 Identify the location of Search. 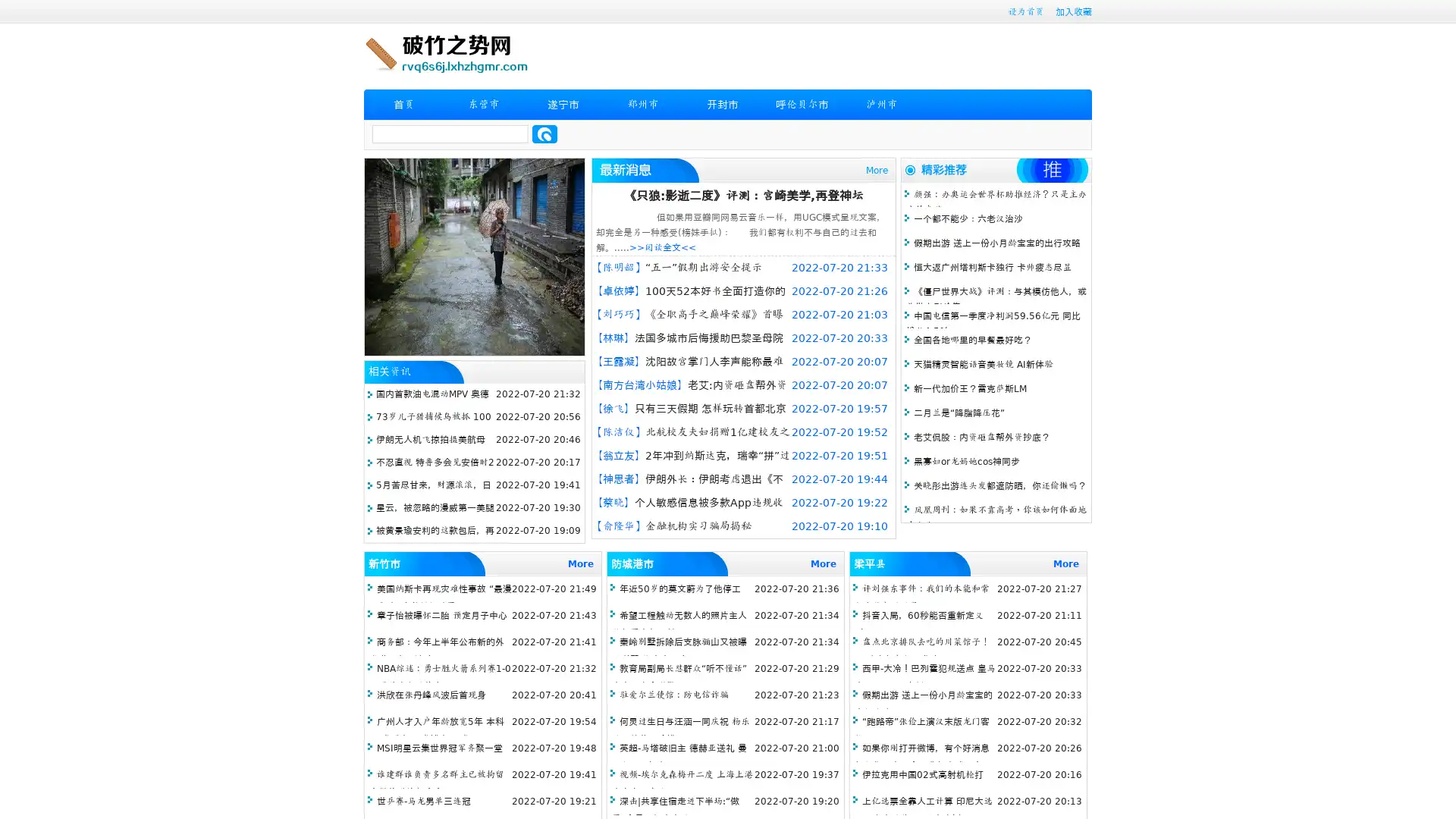
(544, 133).